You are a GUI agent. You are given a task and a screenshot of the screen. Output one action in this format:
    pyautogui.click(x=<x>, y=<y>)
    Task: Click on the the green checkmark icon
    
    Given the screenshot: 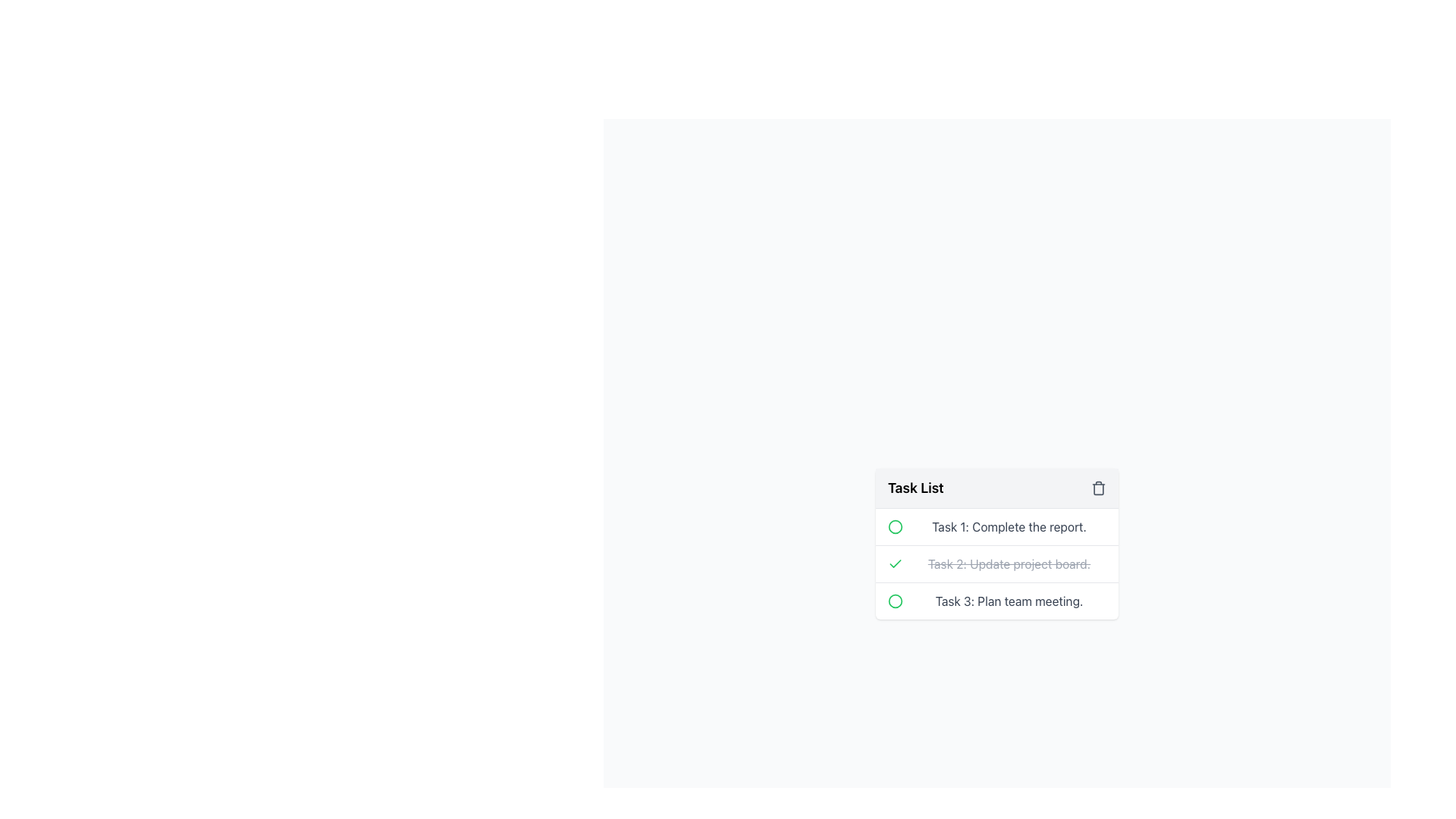 What is the action you would take?
    pyautogui.click(x=895, y=563)
    